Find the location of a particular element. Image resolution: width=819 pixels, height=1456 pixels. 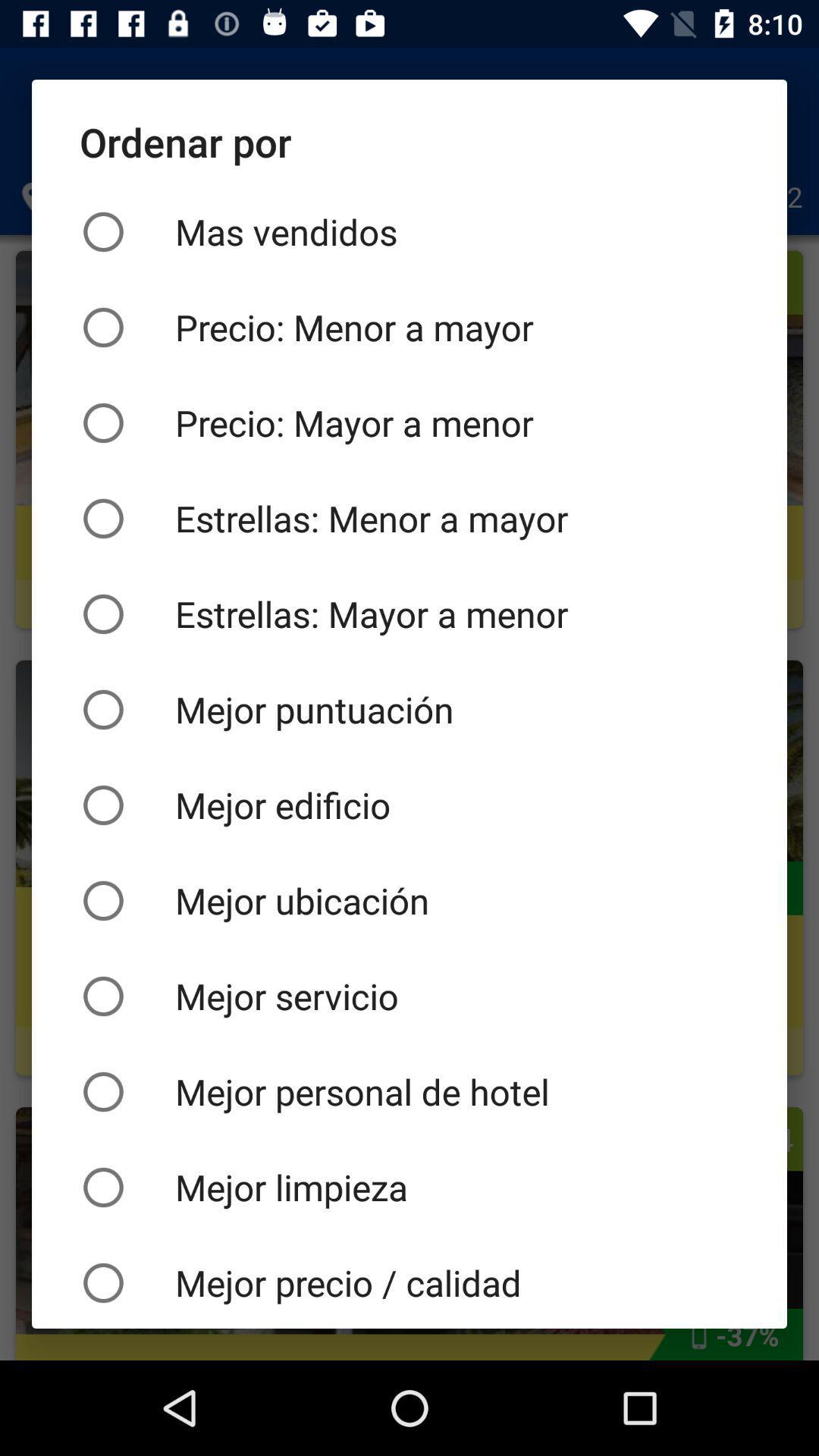

the icon above mejor personal de is located at coordinates (409, 996).